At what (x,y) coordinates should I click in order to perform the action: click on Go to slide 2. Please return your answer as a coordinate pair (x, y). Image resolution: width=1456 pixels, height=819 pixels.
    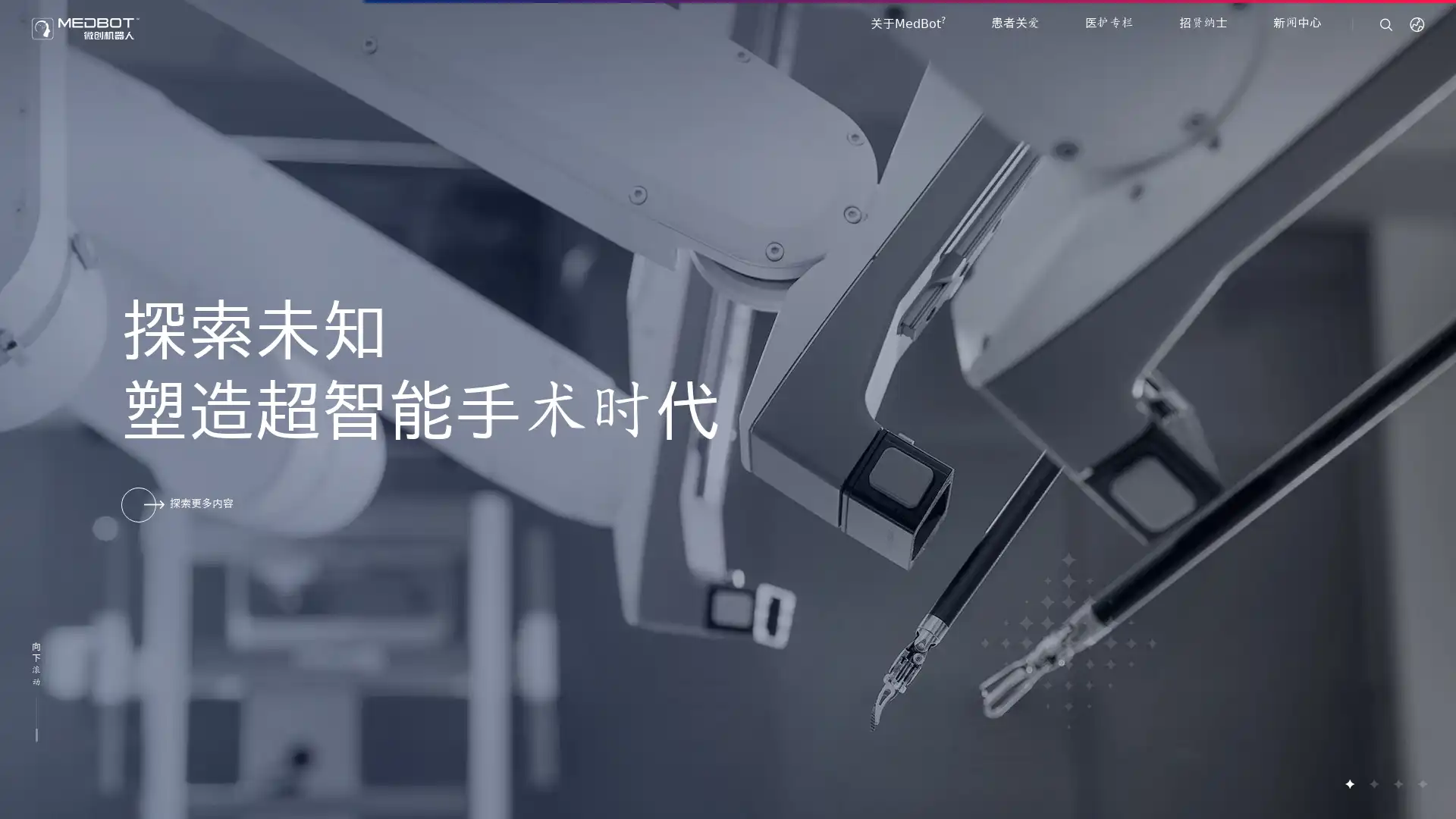
    Looking at the image, I should click on (1373, 783).